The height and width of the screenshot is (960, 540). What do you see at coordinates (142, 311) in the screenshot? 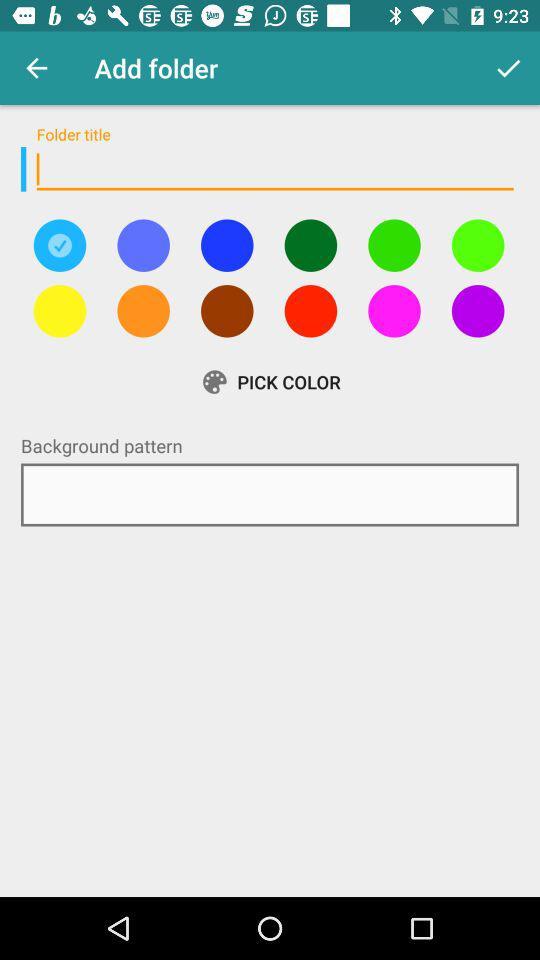
I see `to add orange color` at bounding box center [142, 311].